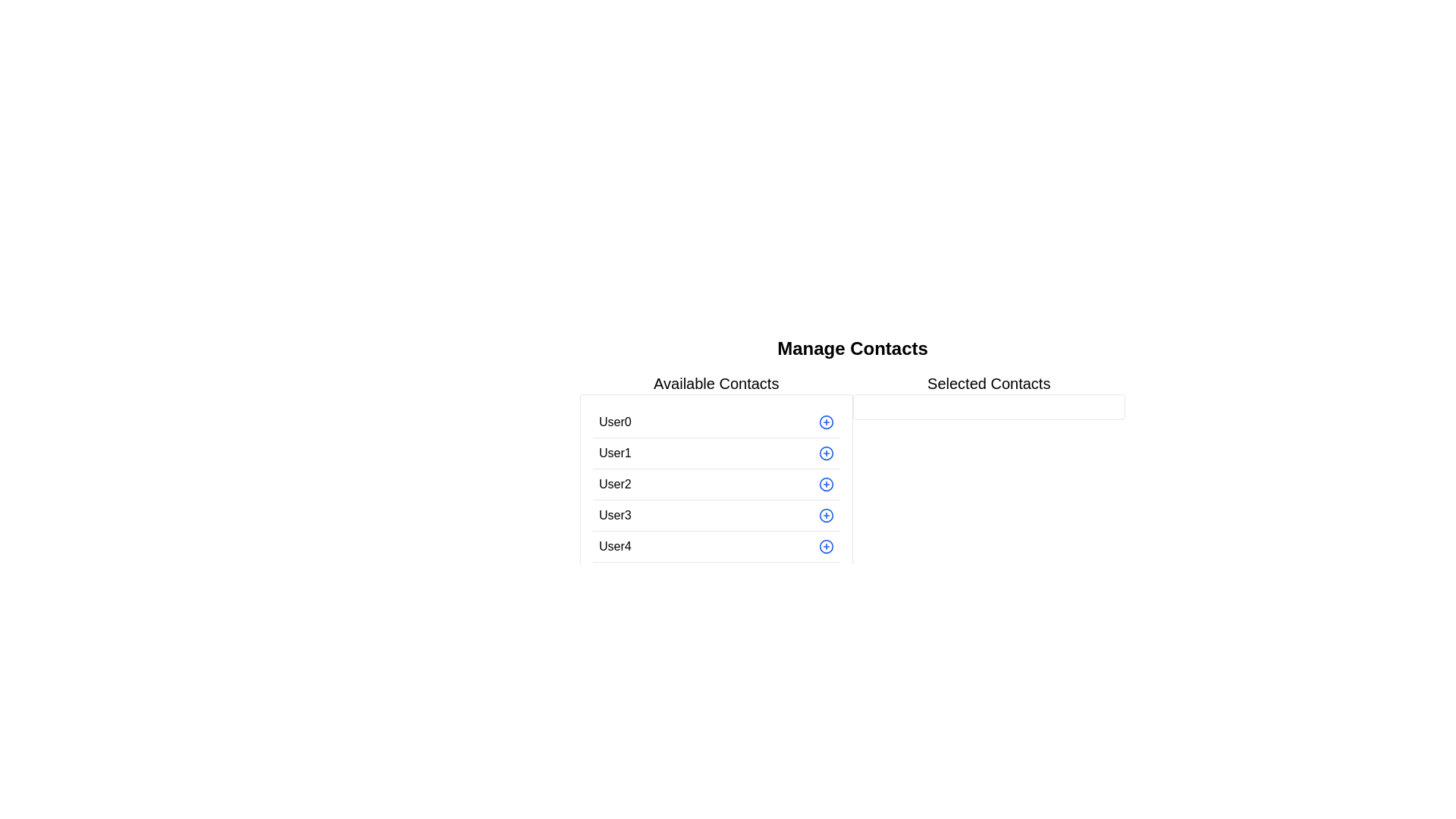 The image size is (1456, 819). Describe the element at coordinates (615, 485) in the screenshot. I see `the text label 'User2' which is the third item in the list under 'Available Contacts'` at that location.